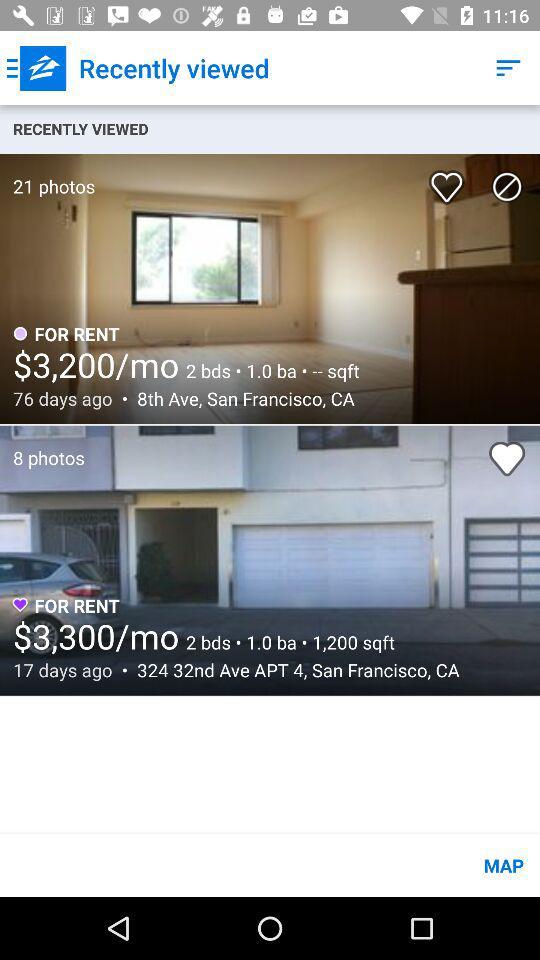 This screenshot has height=960, width=540. I want to click on icon below the recently viewed, so click(507, 186).